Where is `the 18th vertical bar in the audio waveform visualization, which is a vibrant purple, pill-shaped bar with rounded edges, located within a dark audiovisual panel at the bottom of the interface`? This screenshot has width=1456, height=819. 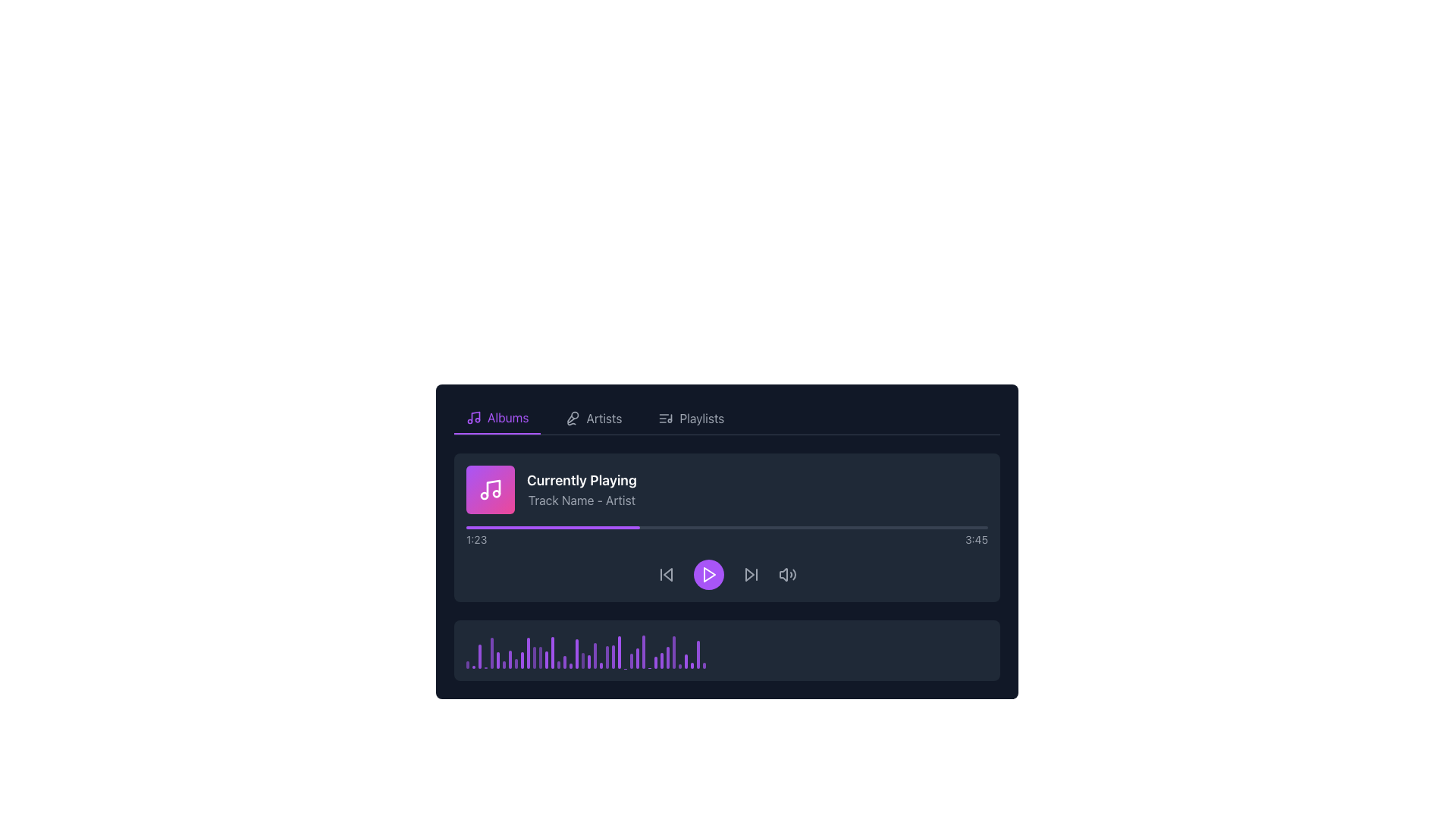
the 18th vertical bar in the audio waveform visualization, which is a vibrant purple, pill-shaped bar with rounded edges, located within a dark audiovisual panel at the bottom of the interface is located at coordinates (563, 661).